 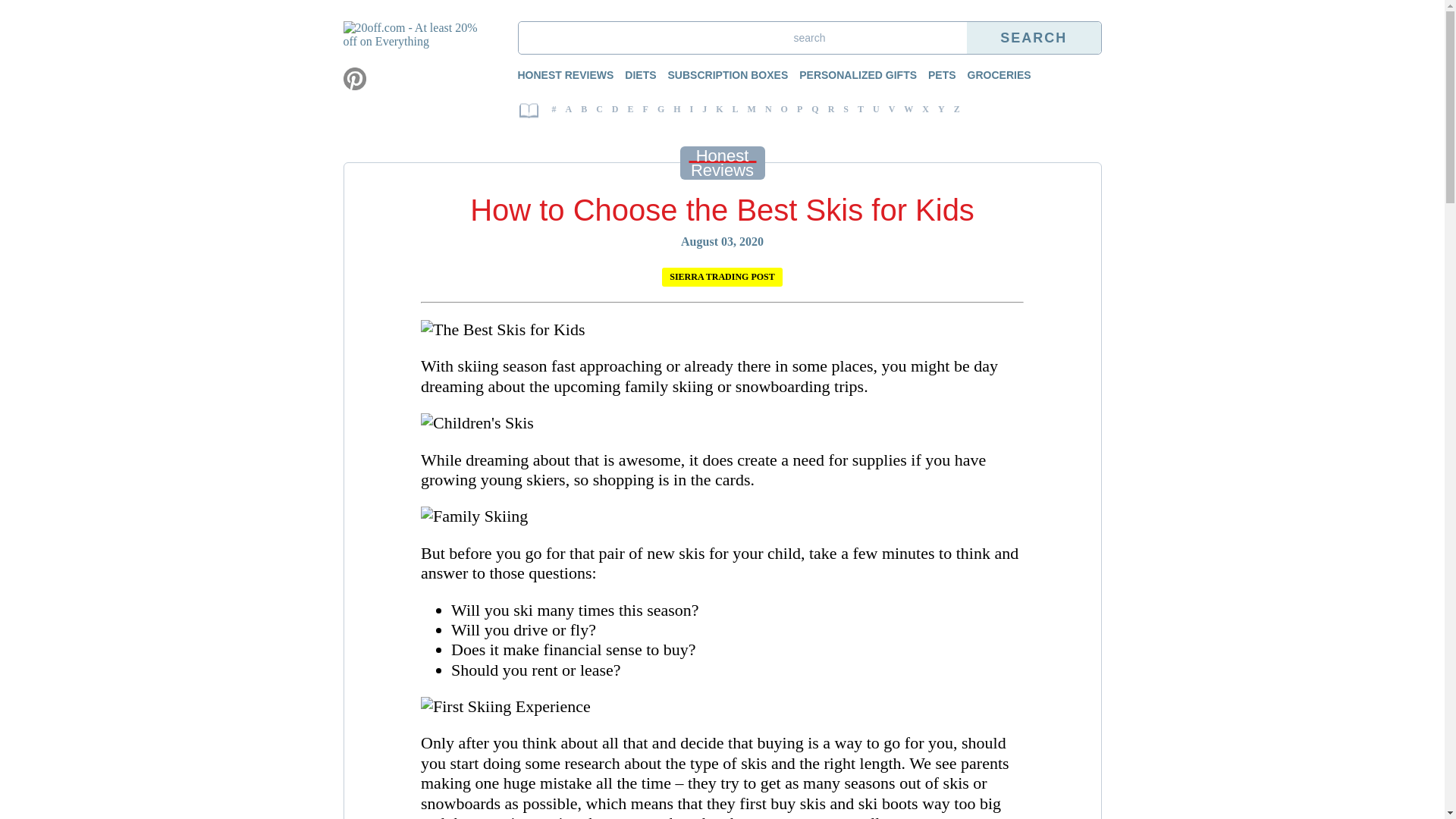 I want to click on 'K', so click(x=718, y=108).